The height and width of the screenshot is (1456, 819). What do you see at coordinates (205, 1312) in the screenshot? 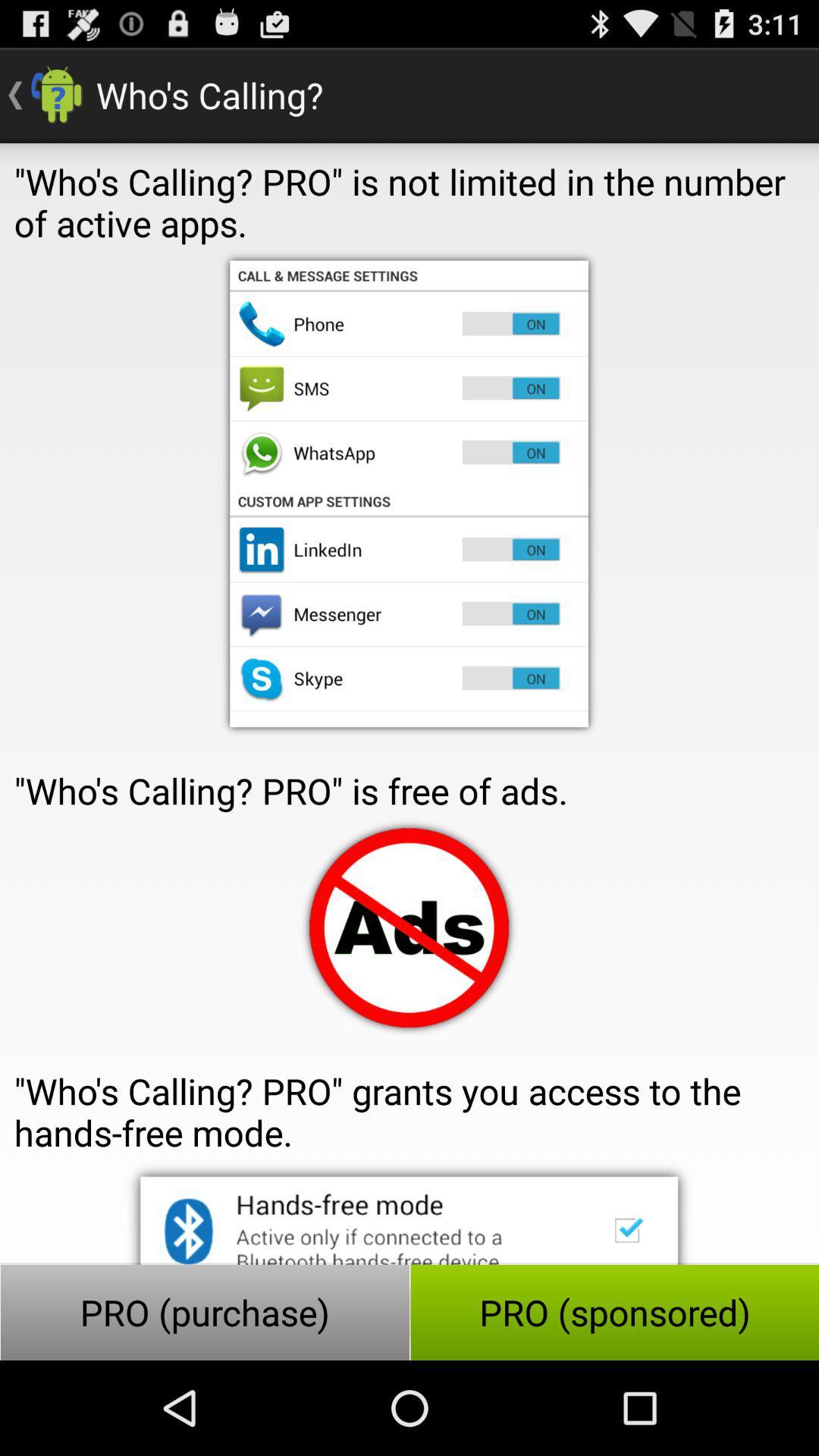
I see `pro (purchase)` at bounding box center [205, 1312].